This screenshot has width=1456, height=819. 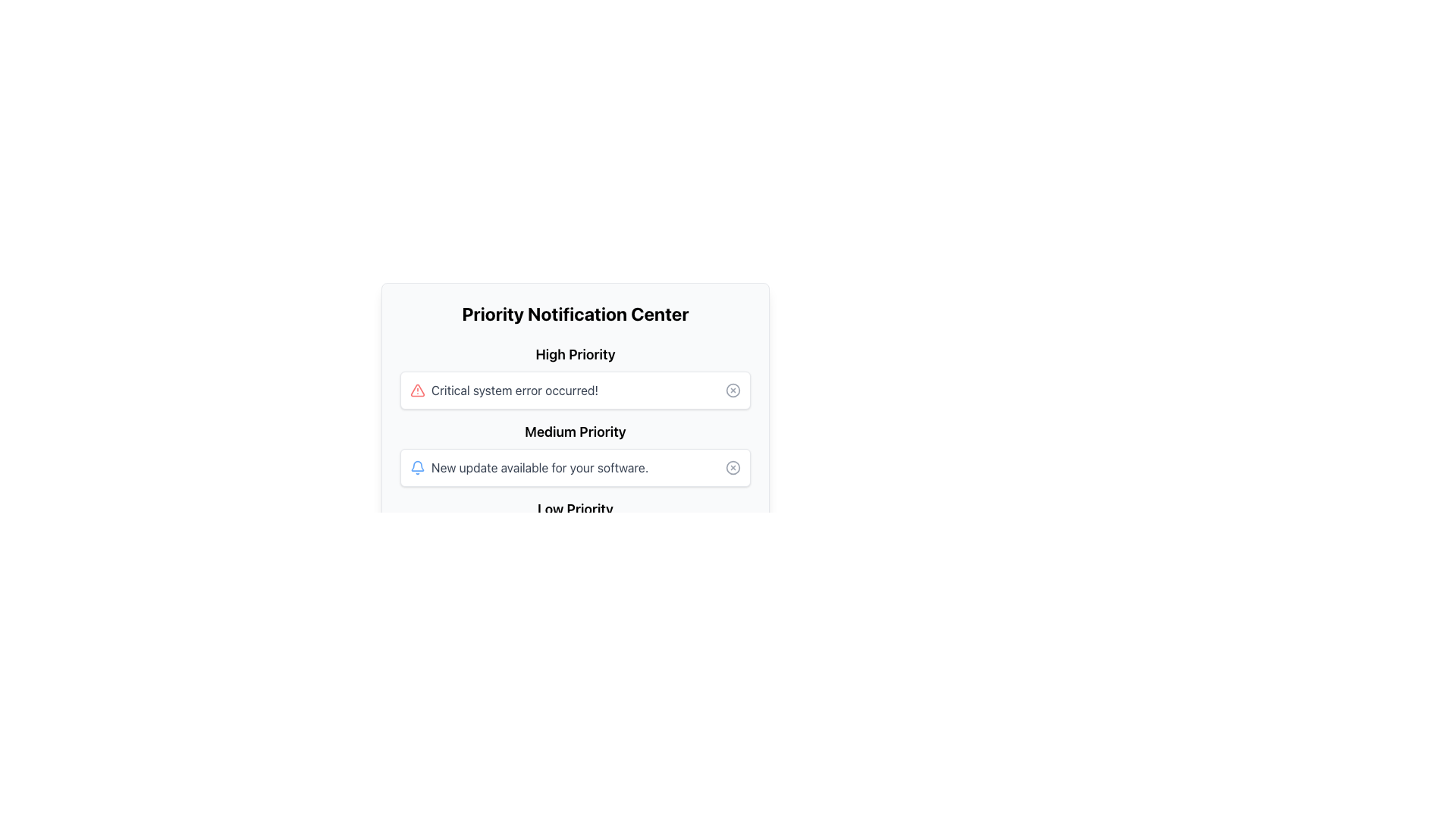 What do you see at coordinates (504, 390) in the screenshot?
I see `the Alert message with icon and text that notifies the user about a critical system error, positioned under the 'High Priority' section in the 'Priority Notification Center'` at bounding box center [504, 390].